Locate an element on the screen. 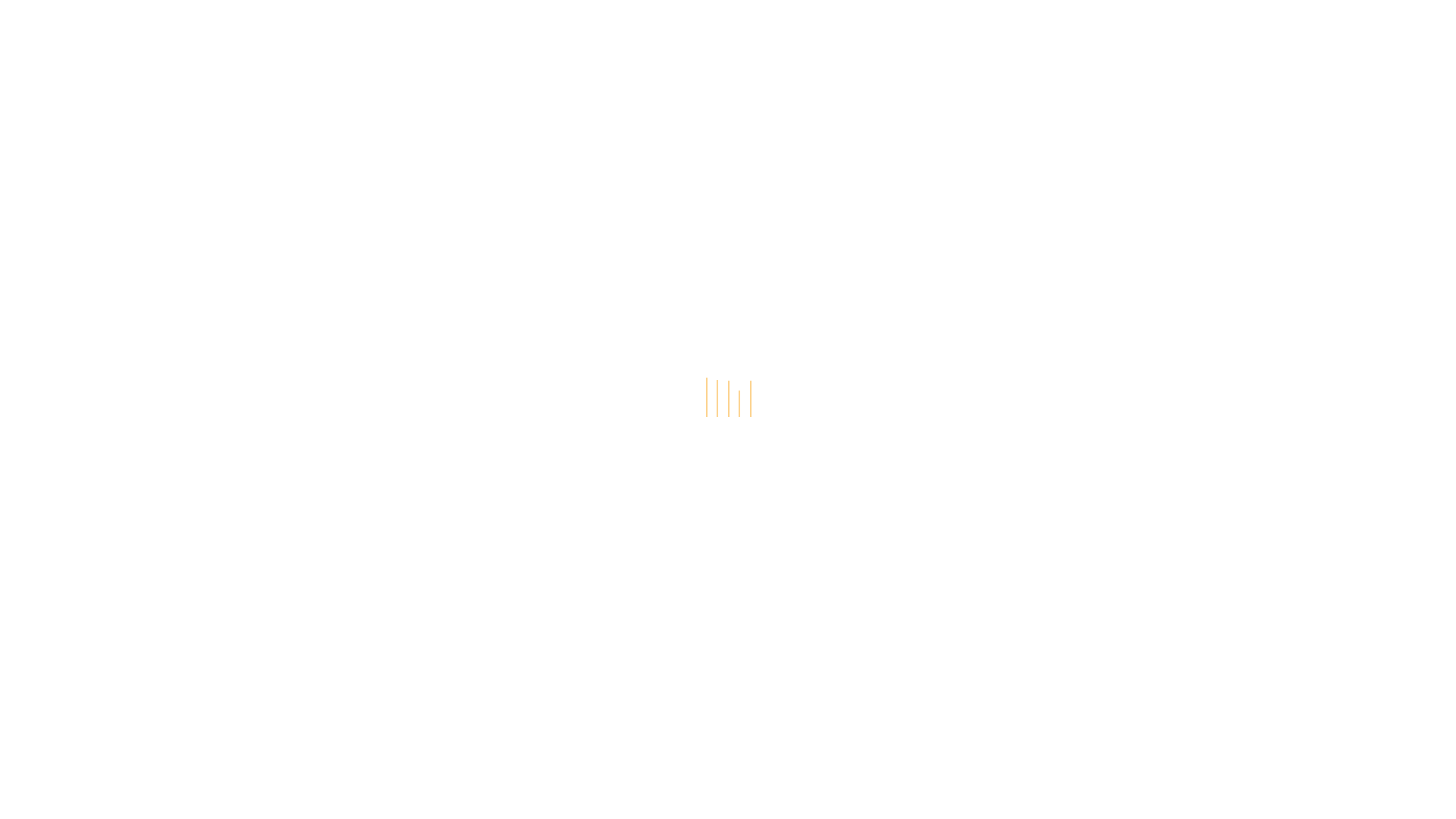  'SERVICES' is located at coordinates (306, 73).